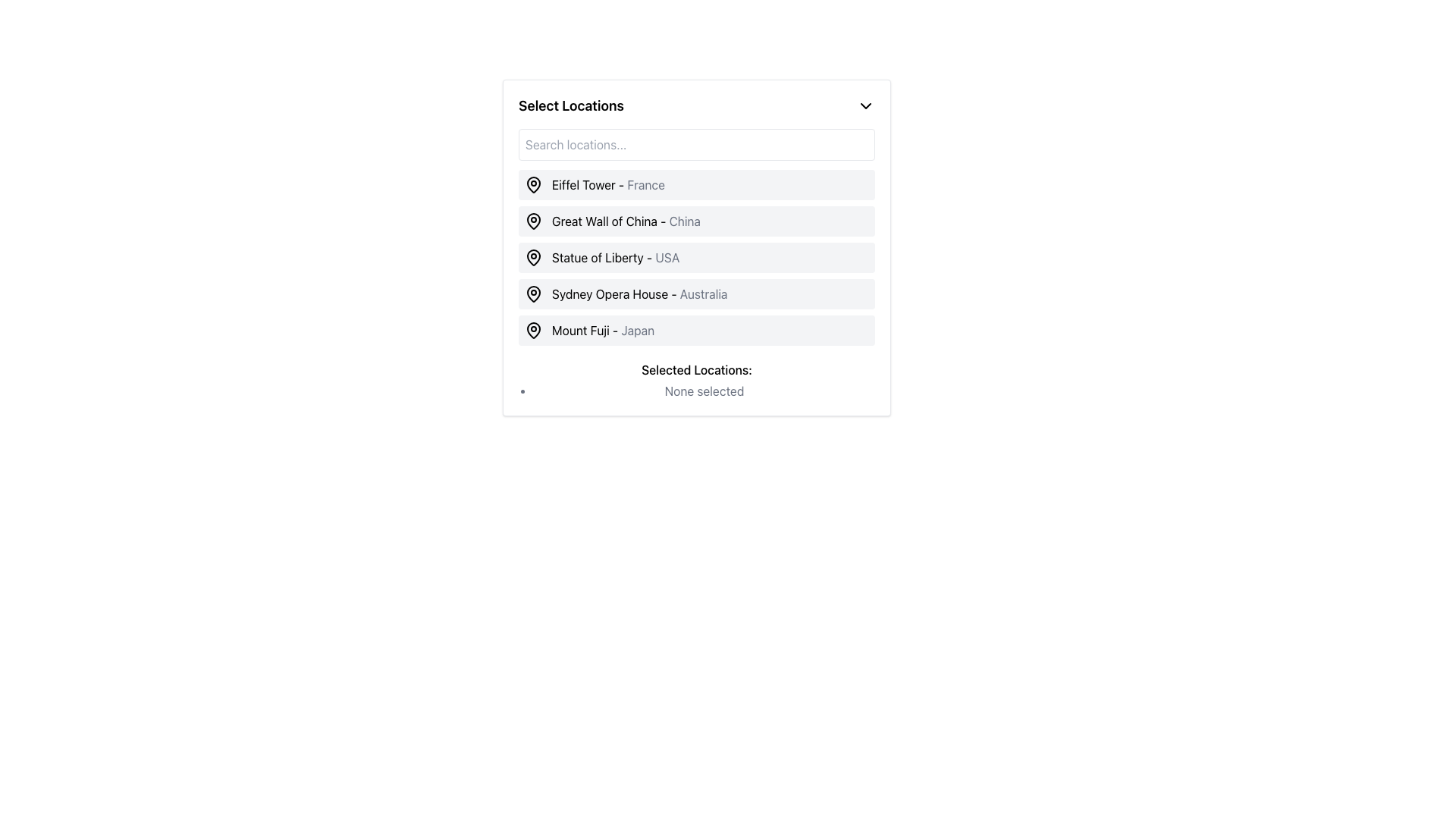 Image resolution: width=1456 pixels, height=819 pixels. I want to click on the 'Selected Locations:' text label, which is prominently displayed in a bold font style and serves as an introductory label for the lower informational area, so click(695, 370).